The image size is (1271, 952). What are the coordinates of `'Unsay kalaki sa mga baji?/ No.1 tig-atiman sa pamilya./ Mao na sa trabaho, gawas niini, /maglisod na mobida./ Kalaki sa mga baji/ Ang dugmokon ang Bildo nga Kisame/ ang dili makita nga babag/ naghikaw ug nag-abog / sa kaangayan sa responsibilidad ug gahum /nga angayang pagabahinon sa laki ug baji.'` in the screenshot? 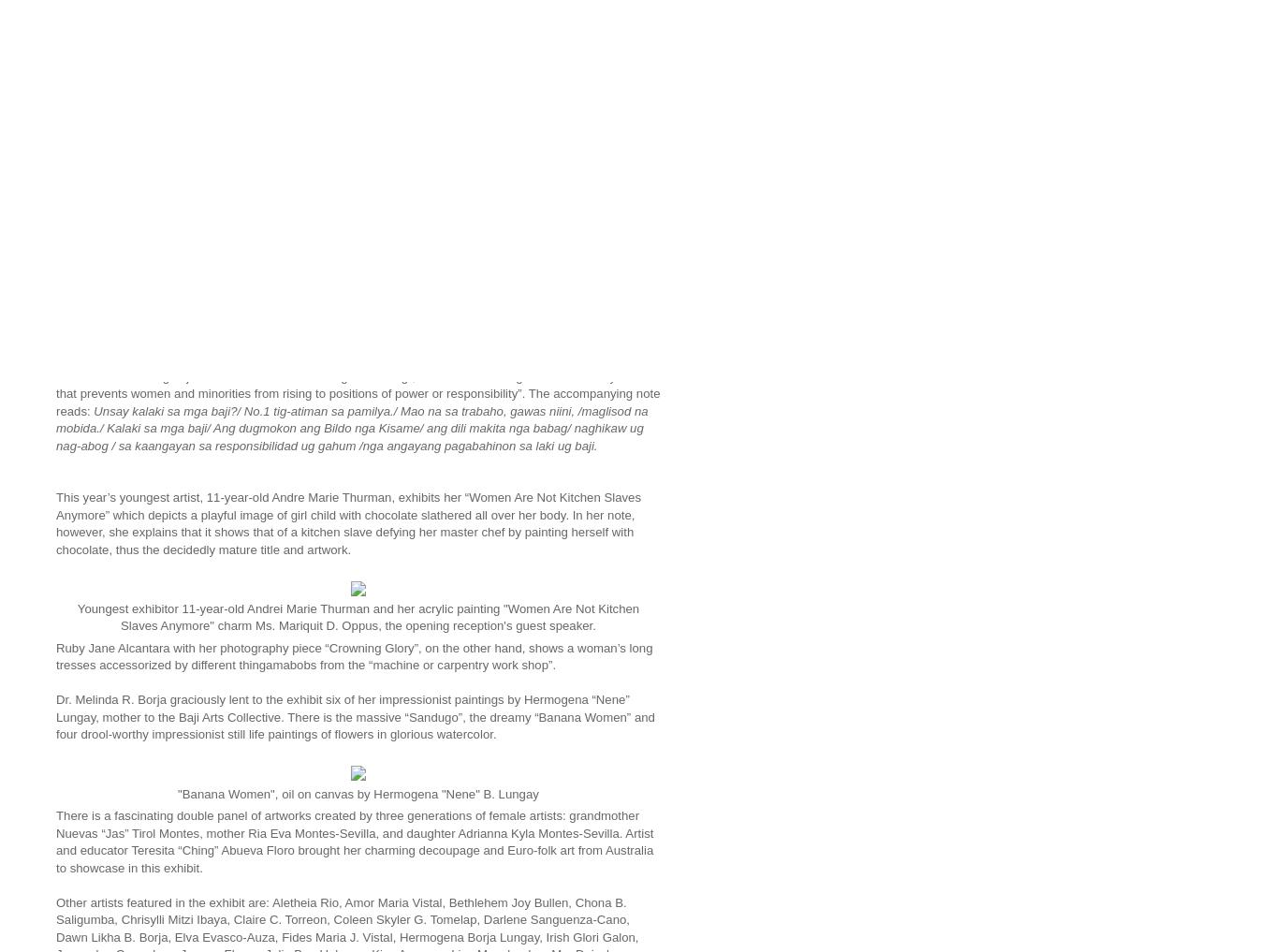 It's located at (352, 427).